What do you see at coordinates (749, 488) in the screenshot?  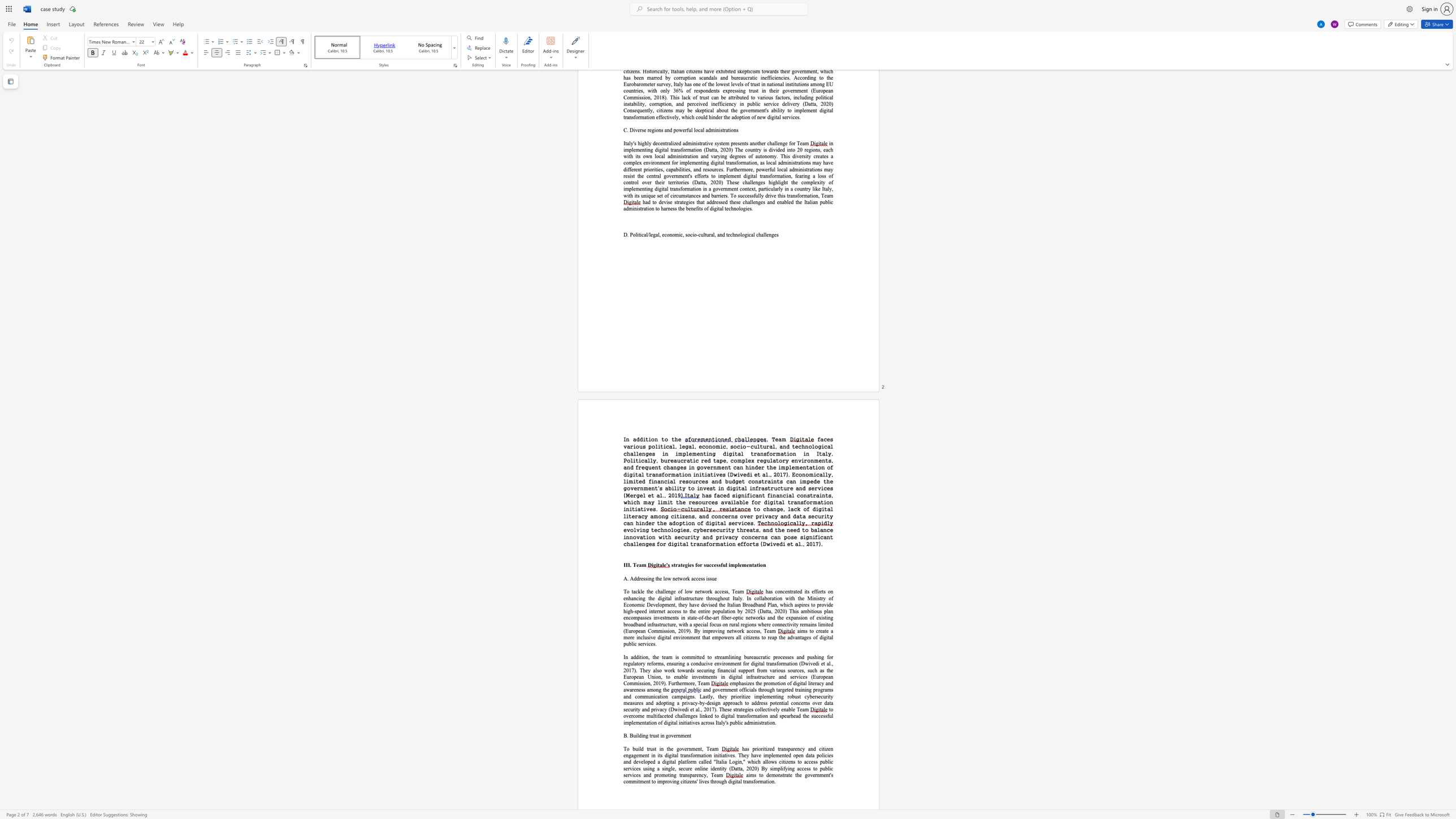 I see `the subset text "infrastructure and ser" within the text "l infrastructure and services (Mergel et al., 2019"` at bounding box center [749, 488].